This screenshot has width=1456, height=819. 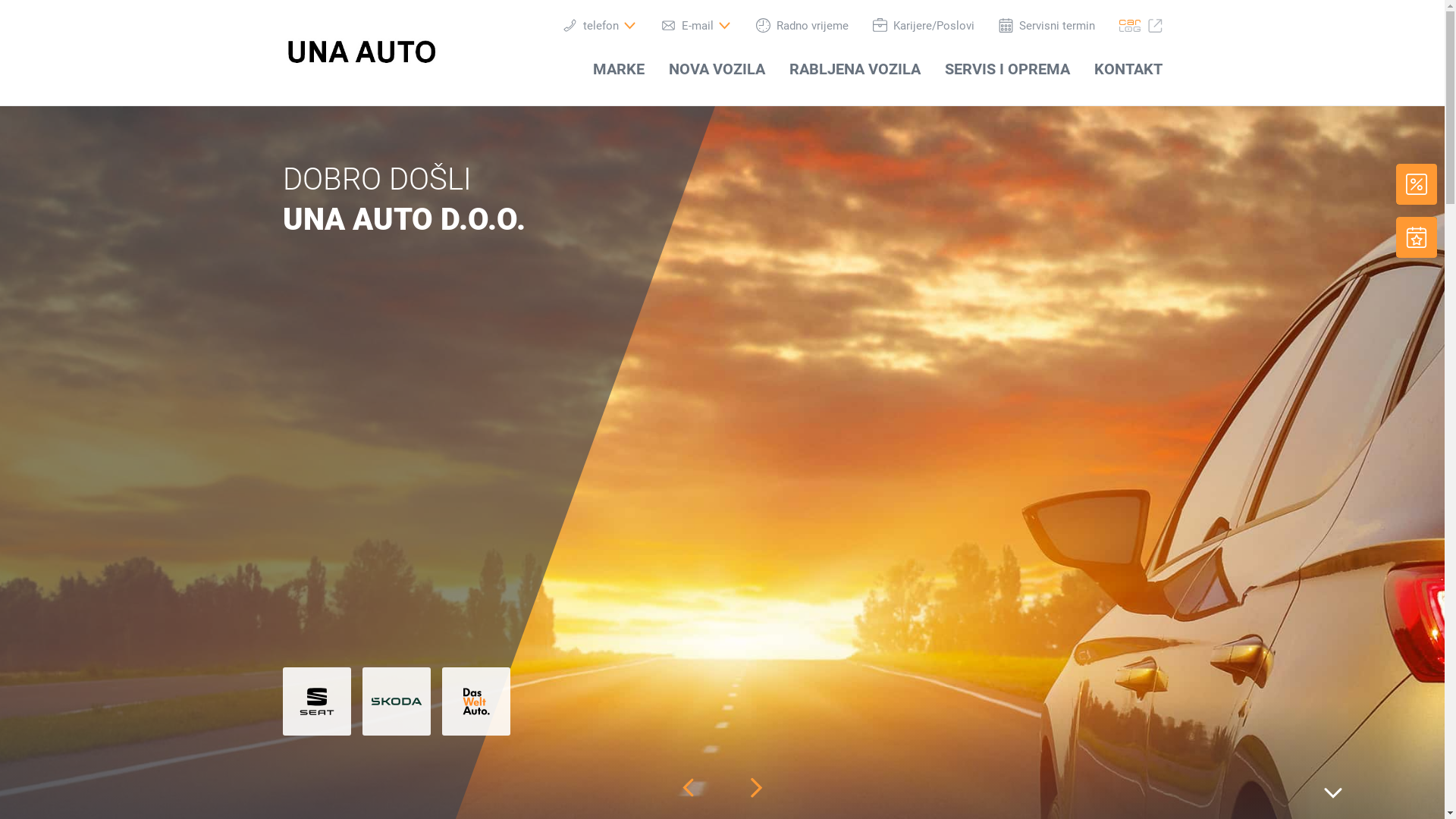 I want to click on 'Radno vrijeme', so click(x=800, y=25).